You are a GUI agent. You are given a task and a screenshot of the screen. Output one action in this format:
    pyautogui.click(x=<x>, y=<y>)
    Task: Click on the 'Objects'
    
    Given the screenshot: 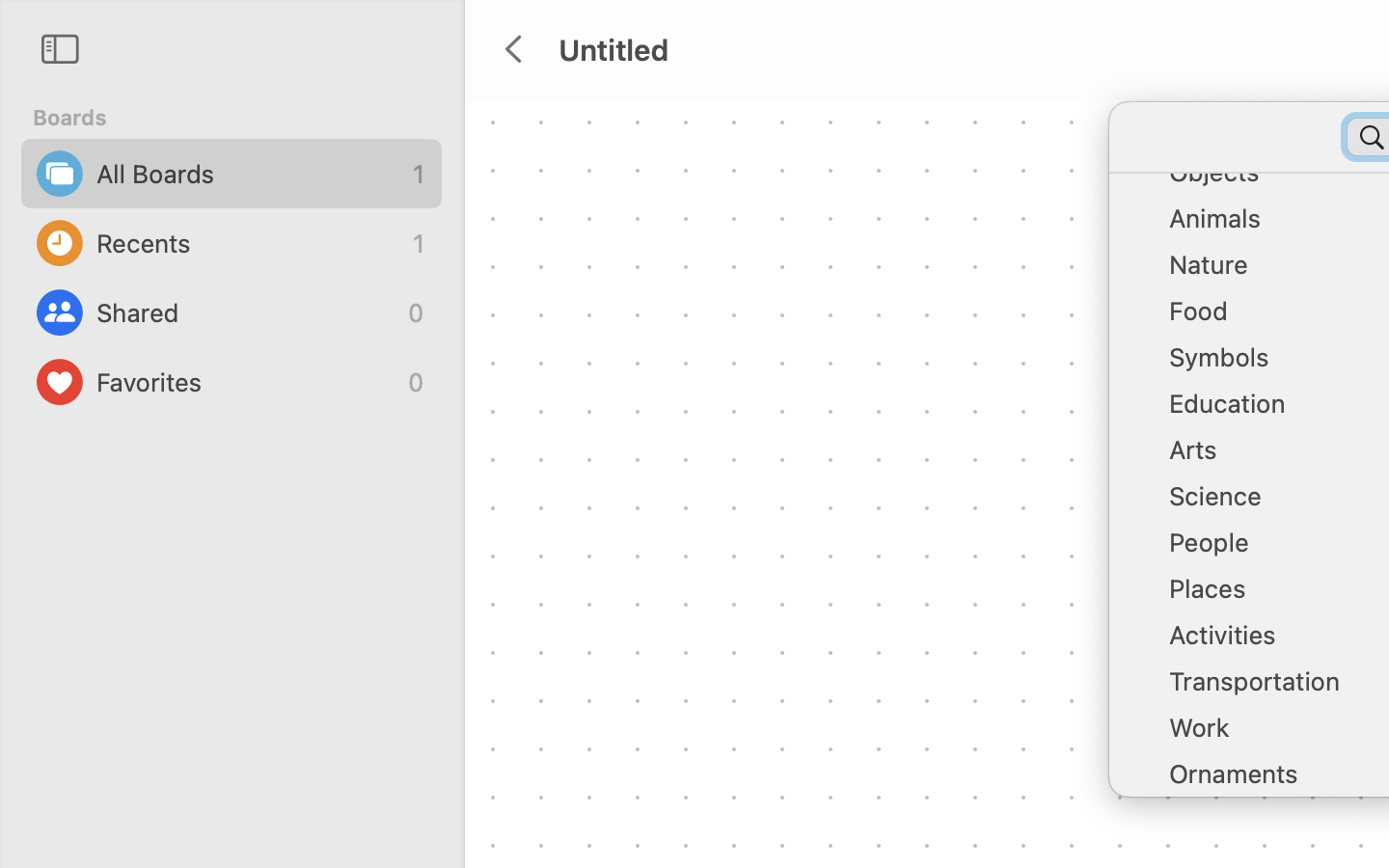 What is the action you would take?
    pyautogui.click(x=1273, y=179)
    